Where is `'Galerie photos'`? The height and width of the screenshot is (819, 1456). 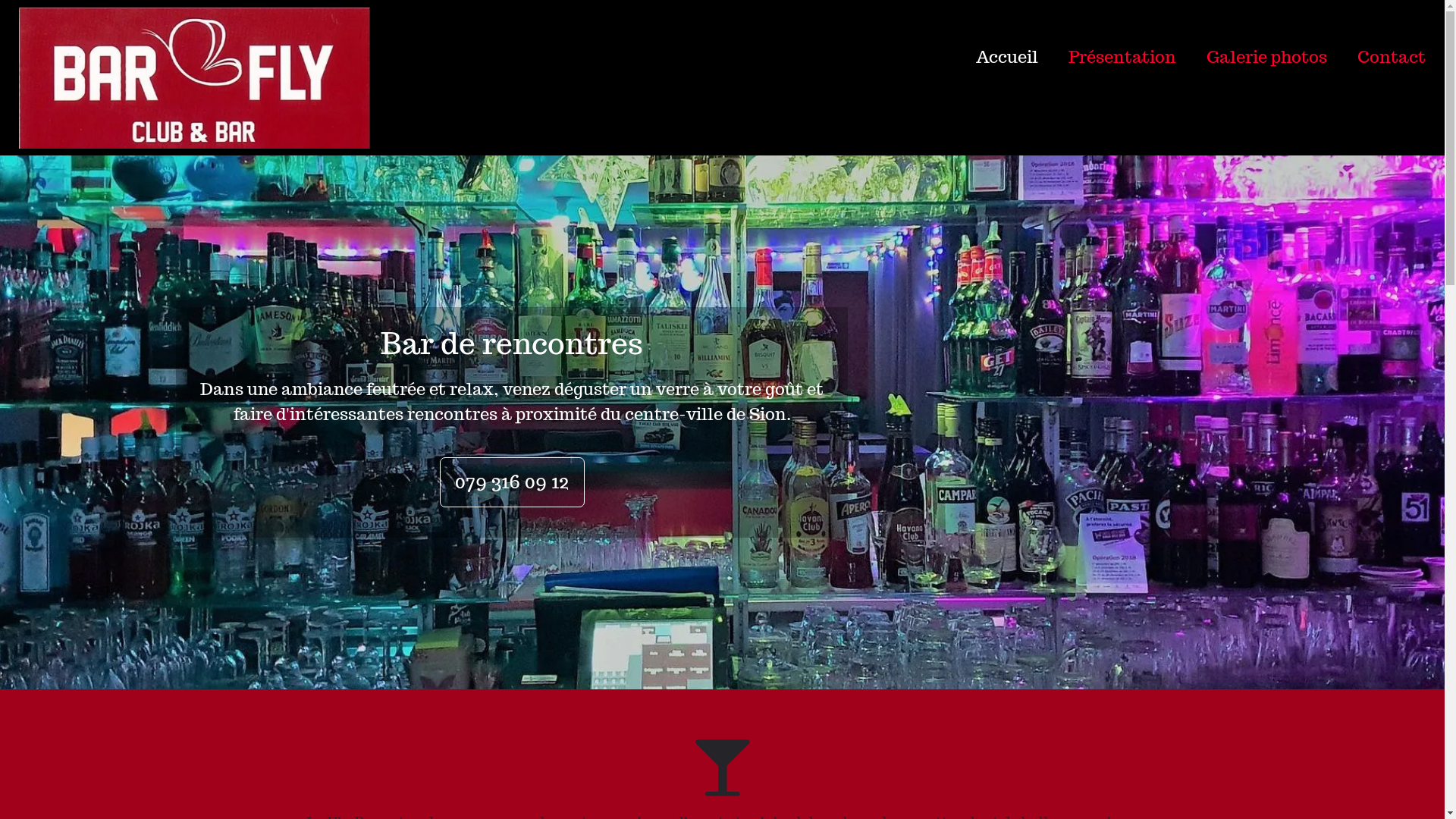 'Galerie photos' is located at coordinates (1251, 55).